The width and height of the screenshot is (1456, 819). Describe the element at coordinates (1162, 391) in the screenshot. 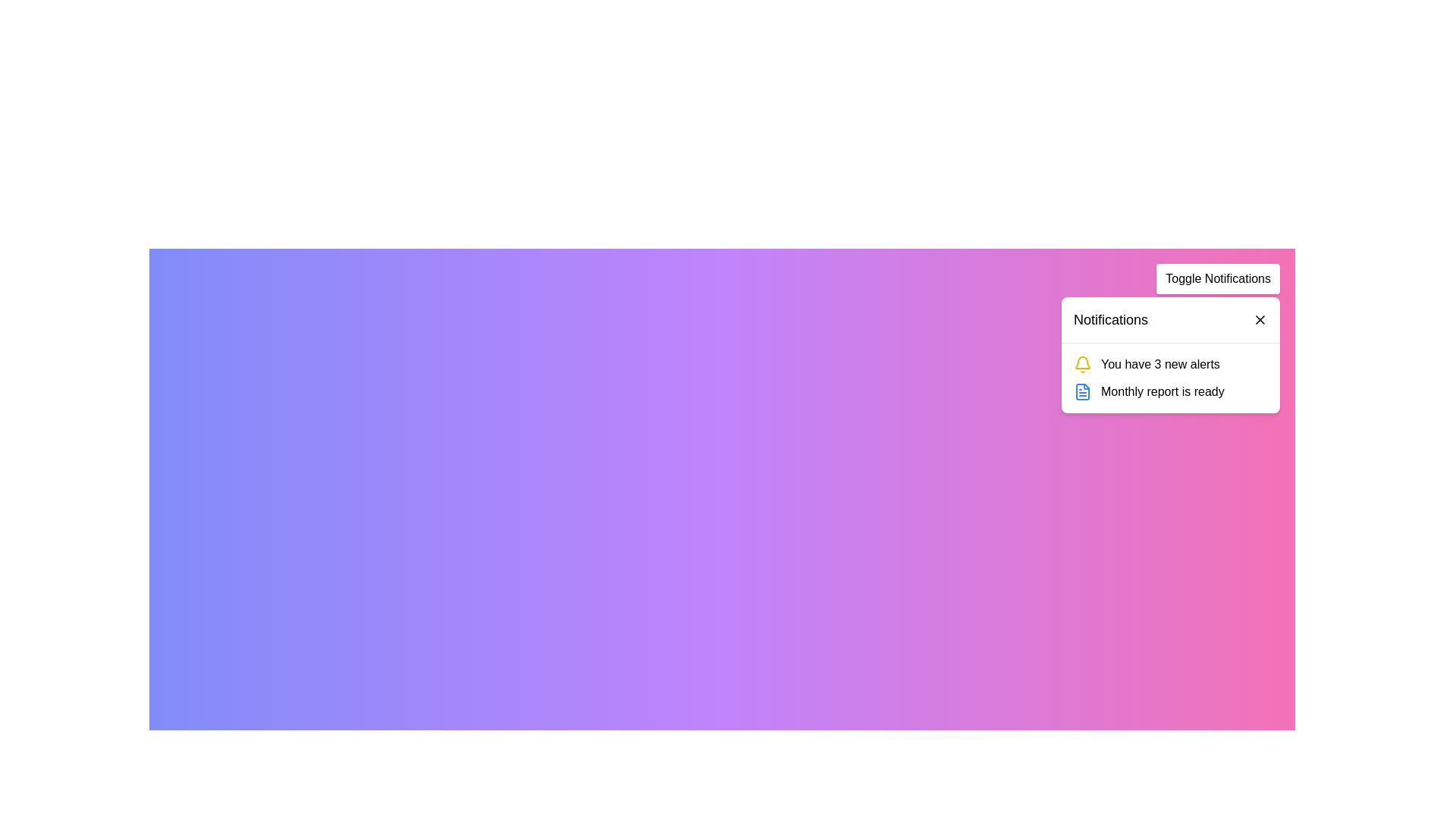

I see `the informative text label indicating the availability of a monthly report in the Notifications popup, located below 'You have 3 new alerts'` at that location.